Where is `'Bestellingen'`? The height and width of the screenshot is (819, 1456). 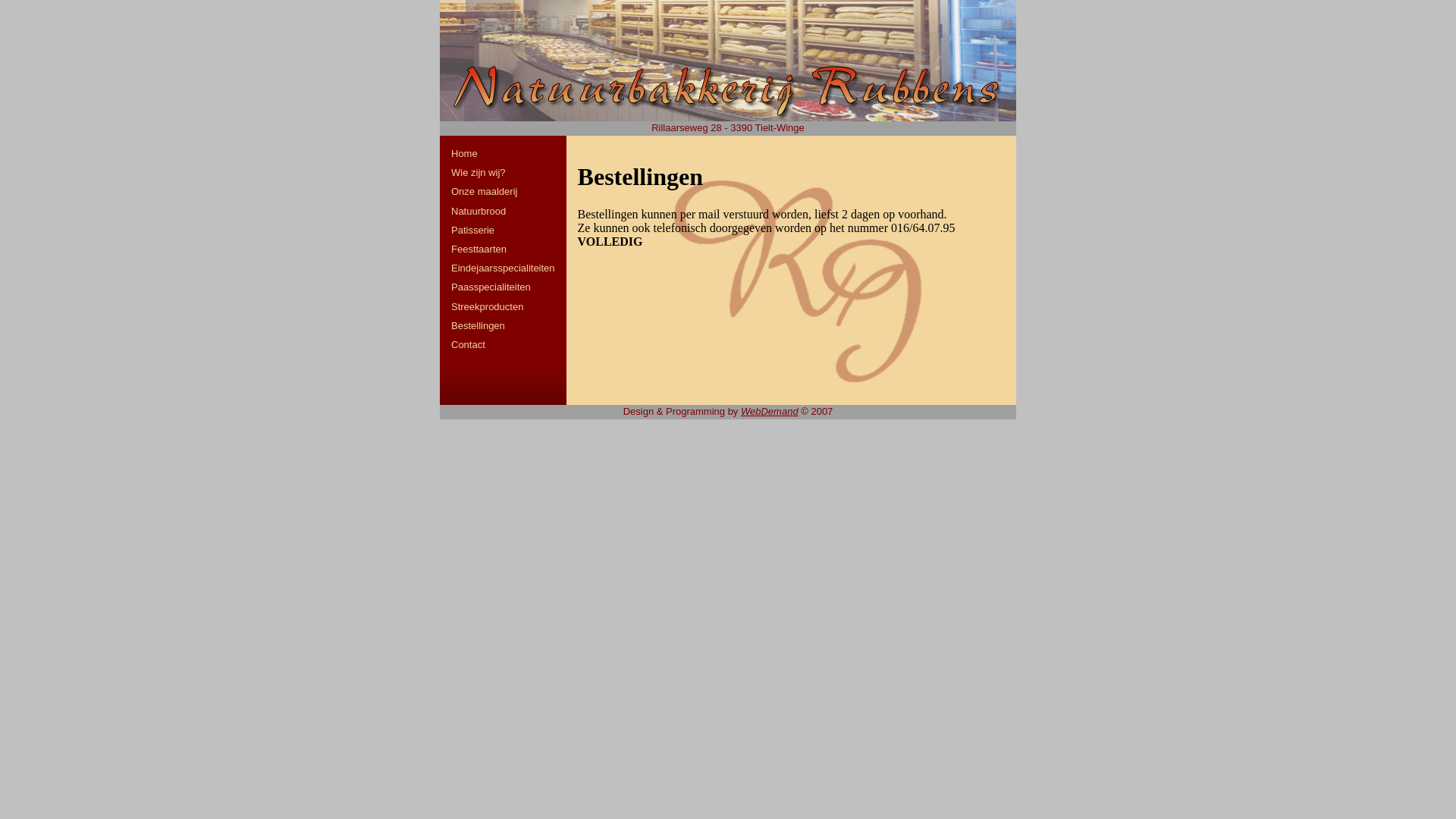
'Bestellingen' is located at coordinates (477, 325).